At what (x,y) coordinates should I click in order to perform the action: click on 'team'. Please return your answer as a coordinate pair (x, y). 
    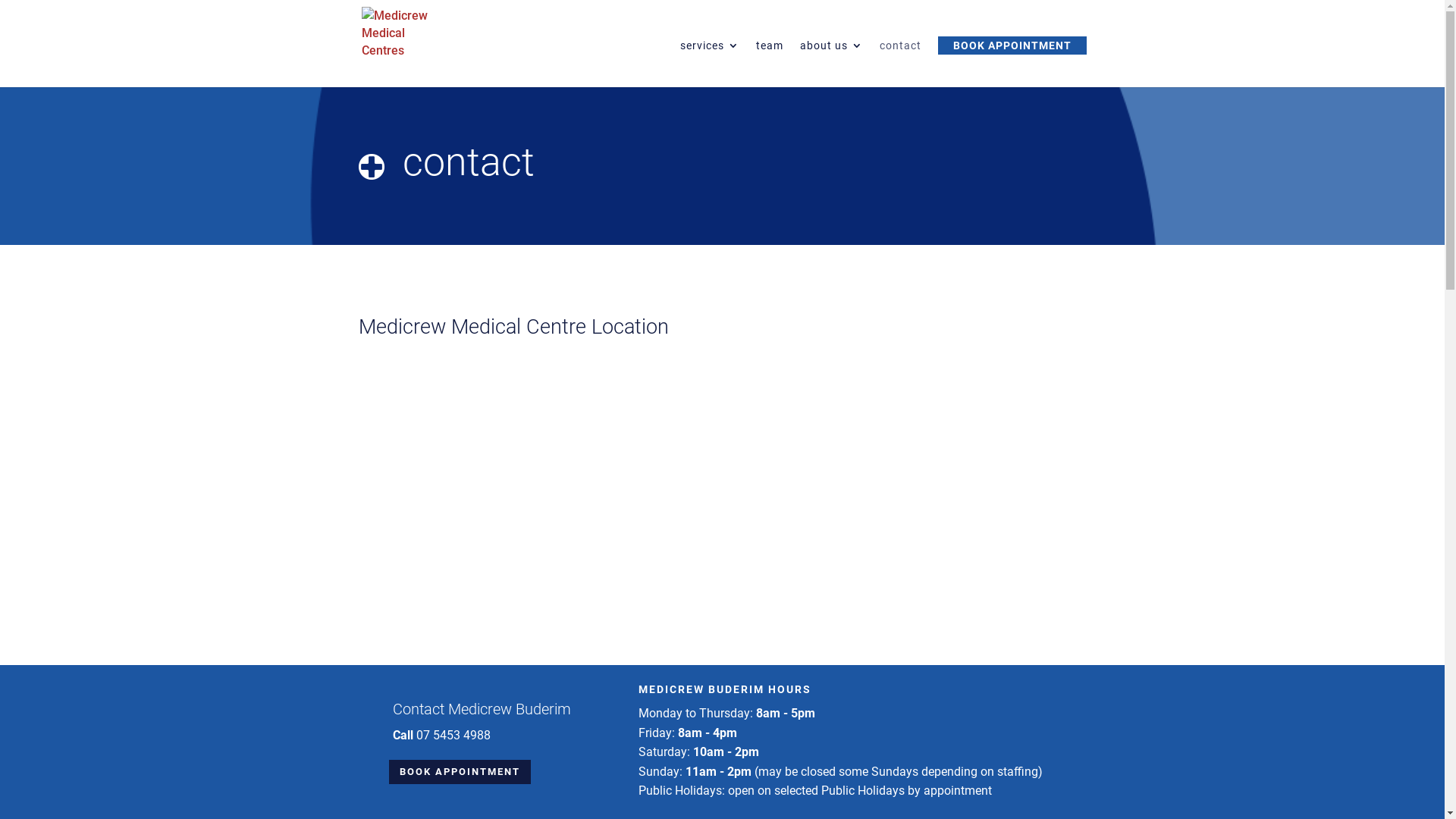
    Looking at the image, I should click on (755, 63).